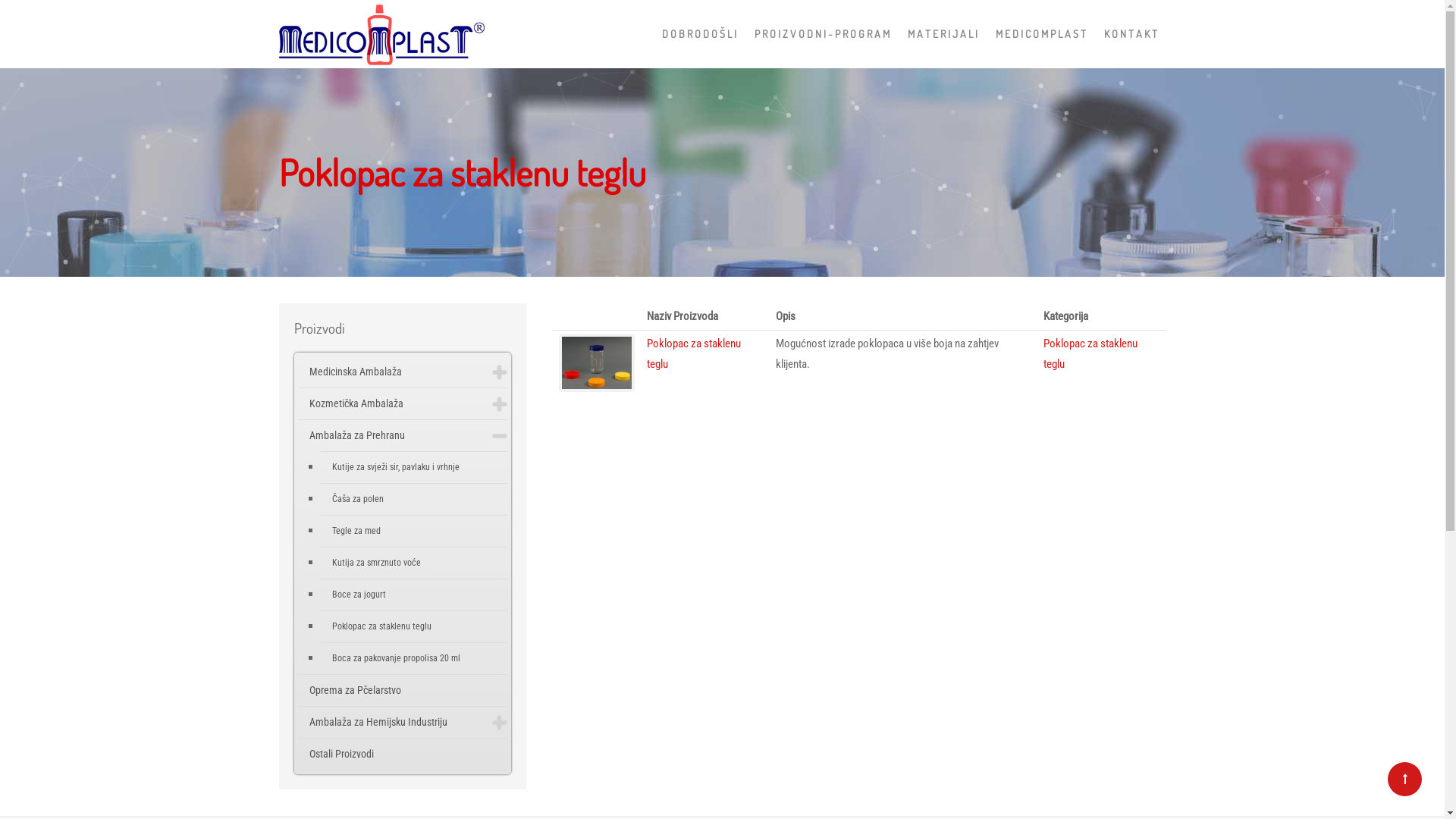  Describe the element at coordinates (941, 34) in the screenshot. I see `'M A T E R I J A L I'` at that location.